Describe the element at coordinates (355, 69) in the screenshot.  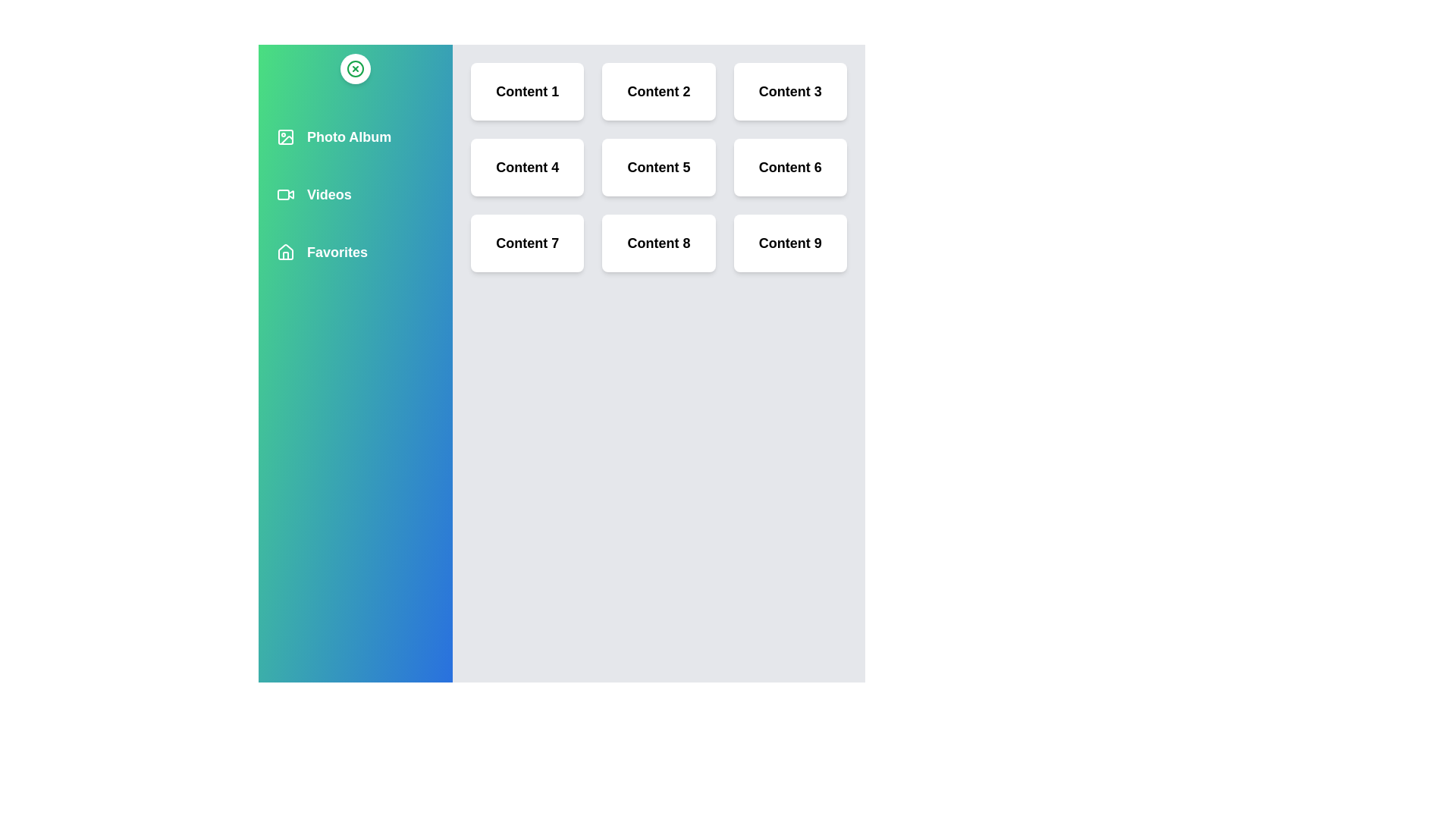
I see `toggle button to open or close the drawer` at that location.